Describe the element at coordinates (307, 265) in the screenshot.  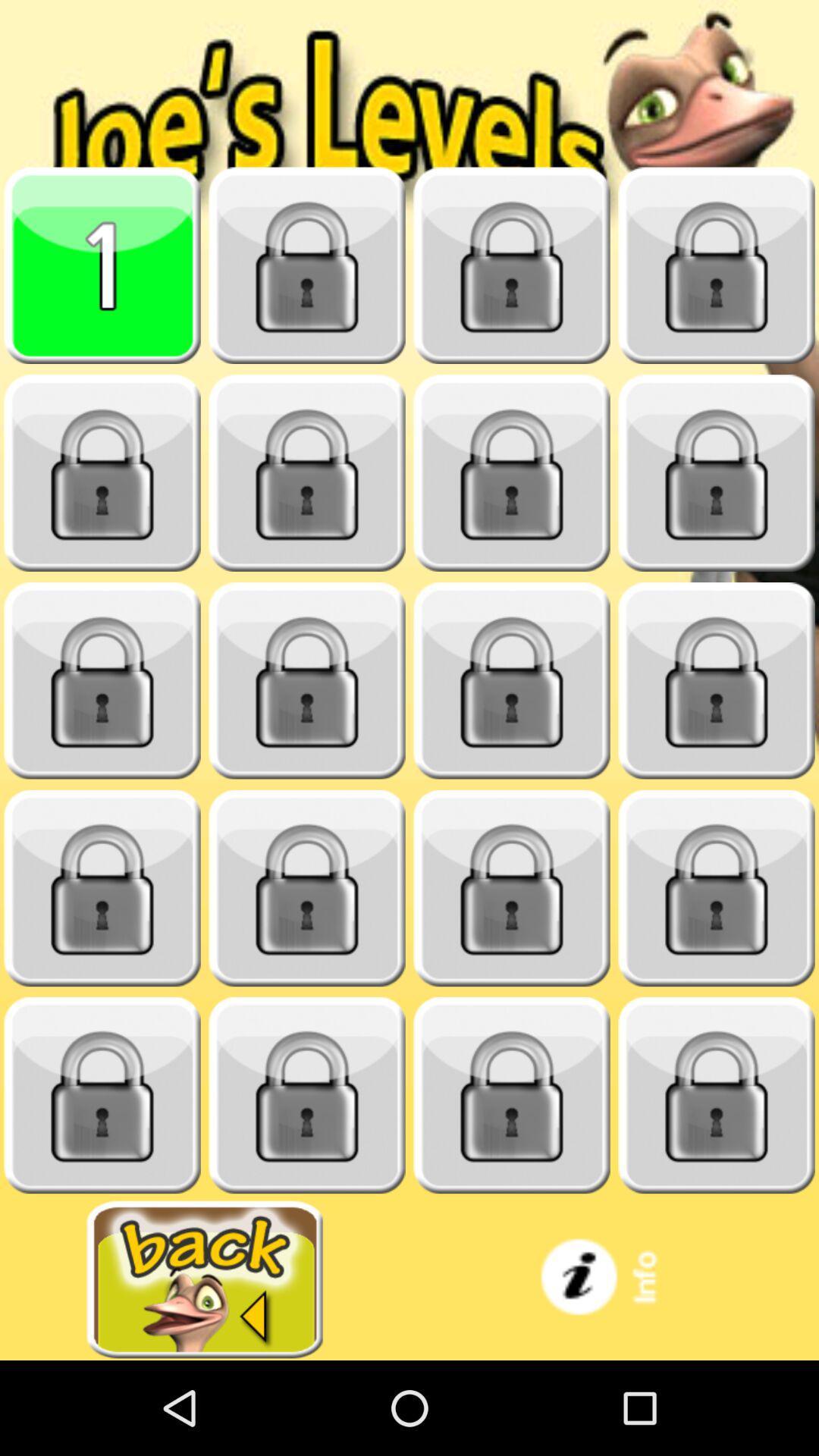
I see `to unlock` at that location.